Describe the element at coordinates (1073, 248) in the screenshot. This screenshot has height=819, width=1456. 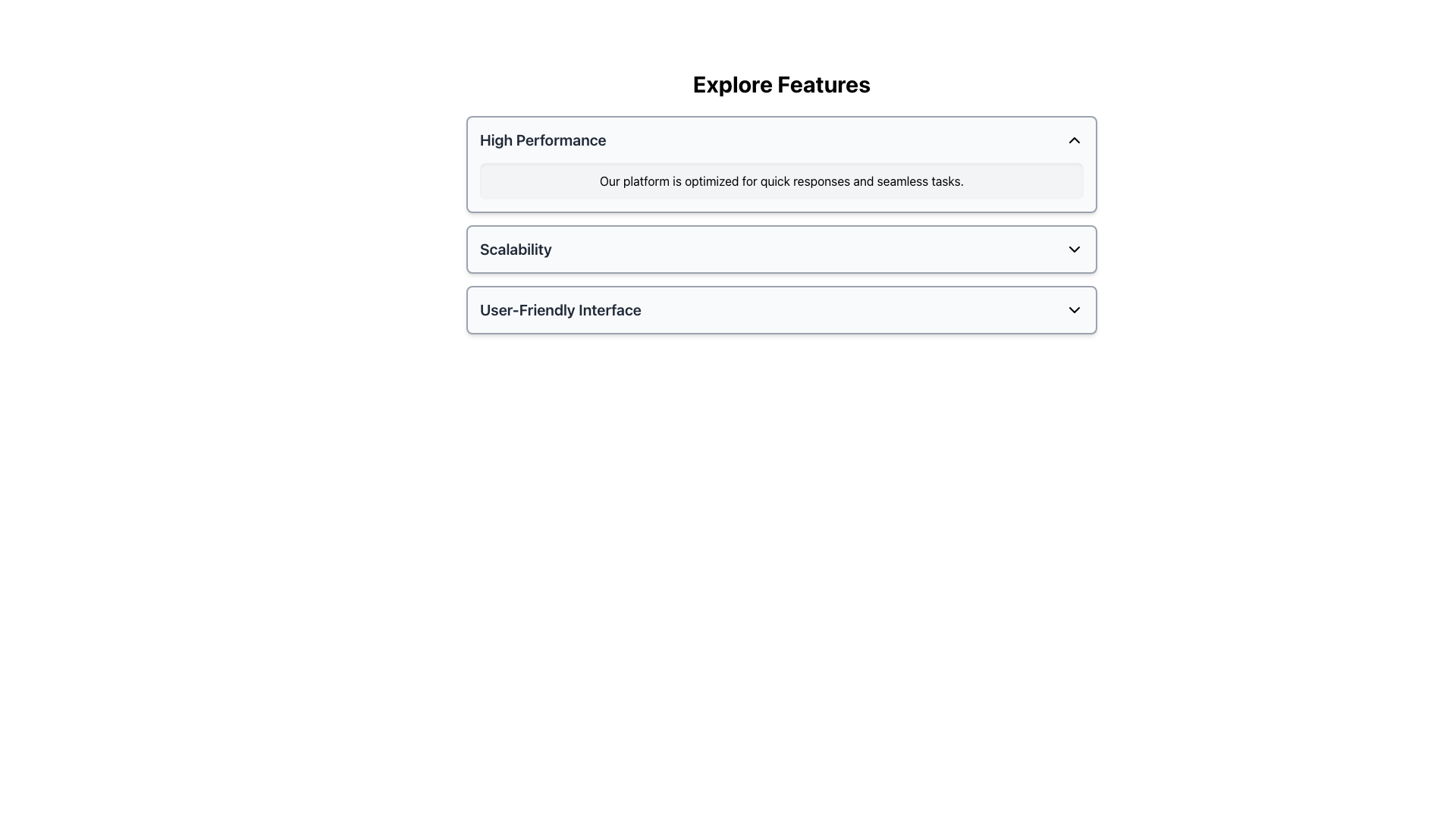
I see `Dropdown toggle icon located in the Scalability section to reveal additional details about its functionality` at that location.